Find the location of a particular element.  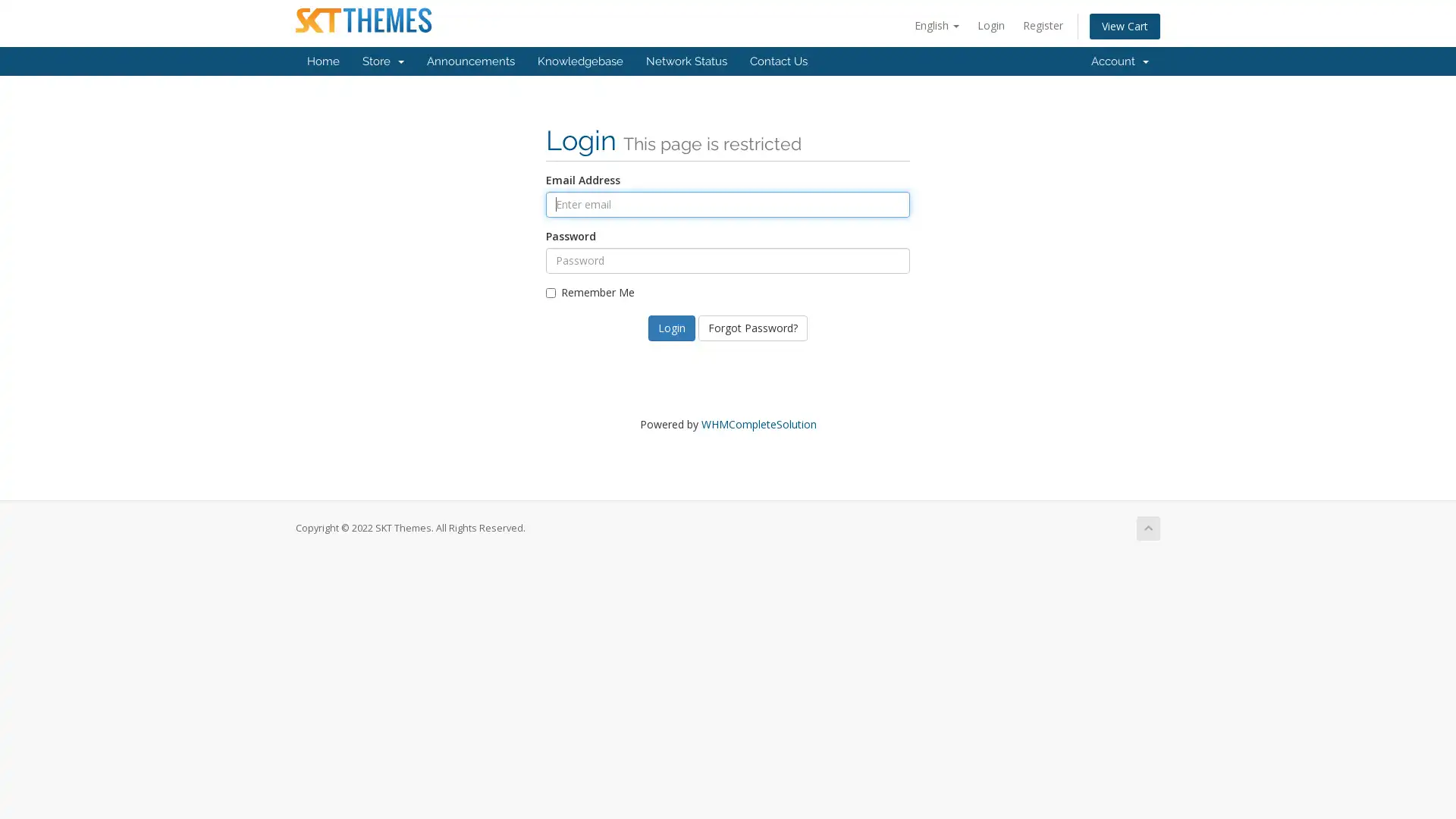

Login is located at coordinates (671, 327).